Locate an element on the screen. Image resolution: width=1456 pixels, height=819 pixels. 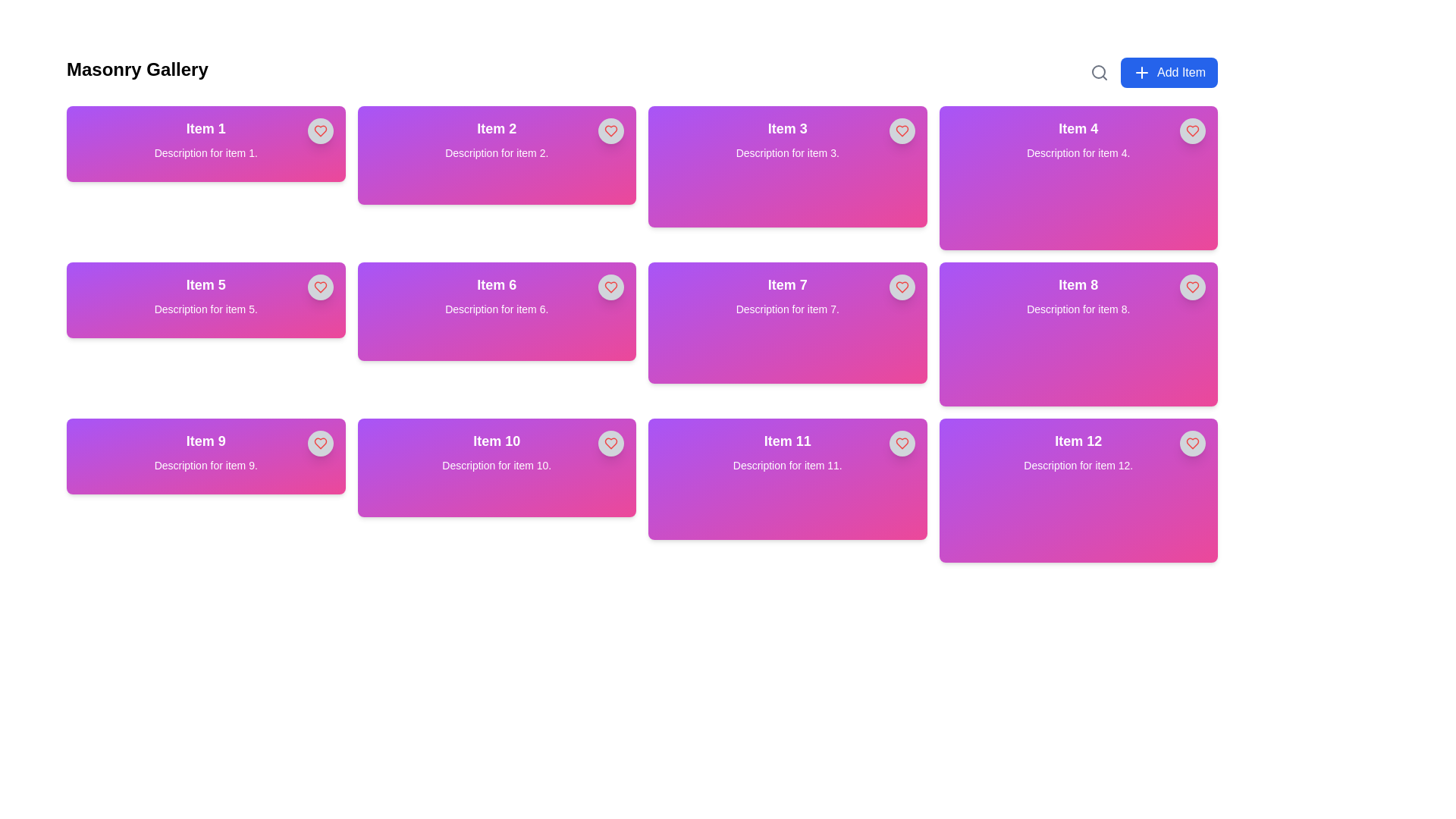
the bold static text labeled 'Item 10', which is prominently displayed in white on a gradient purple-pink background, located at the upper portion of a card layout is located at coordinates (497, 441).